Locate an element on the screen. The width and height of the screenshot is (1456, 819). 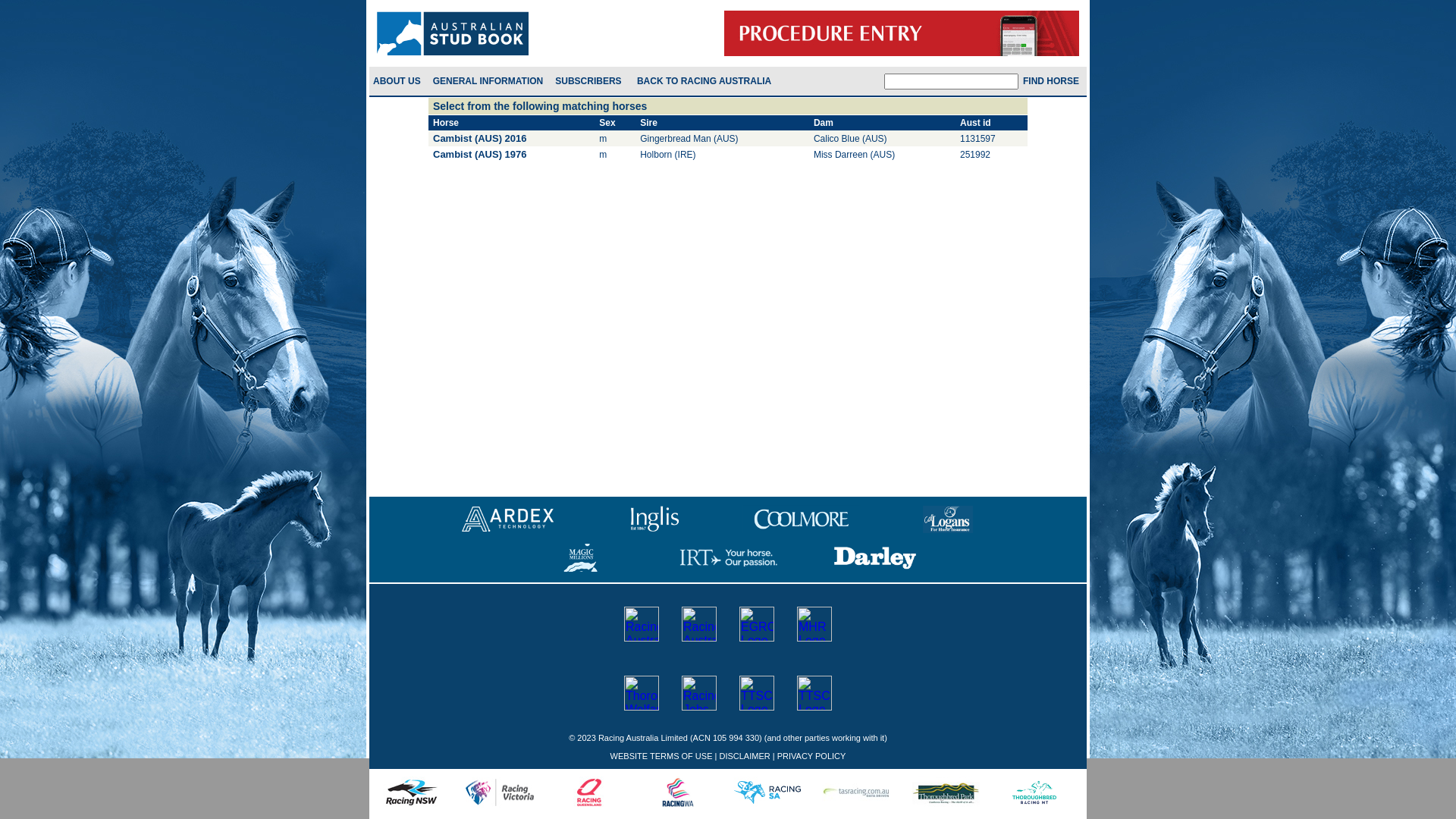
'Racing Australia' is located at coordinates (641, 623).